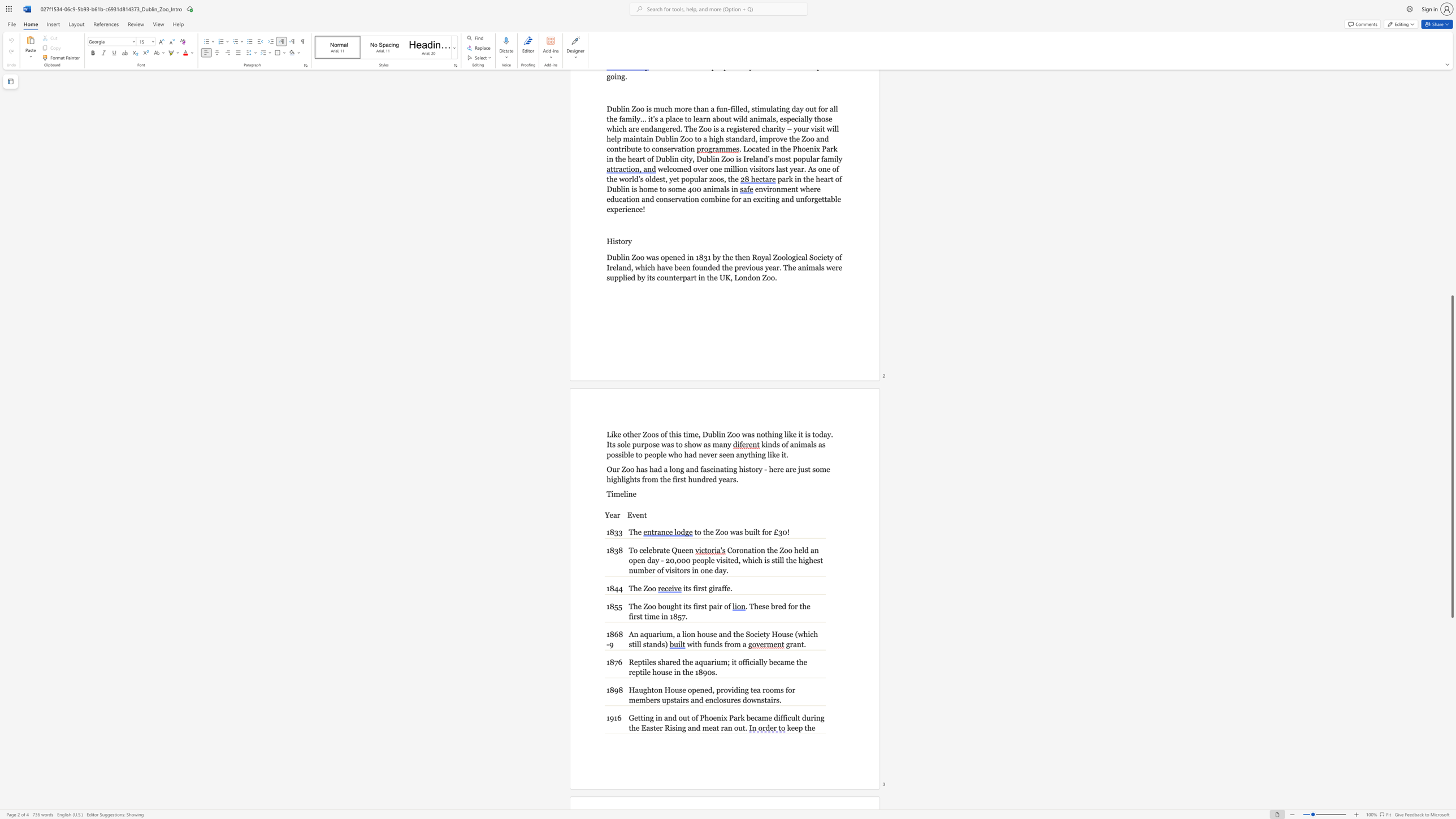 The height and width of the screenshot is (819, 1456). Describe the element at coordinates (649, 616) in the screenshot. I see `the subset text "me in 1857" within the text ". These bred for the first time in 1857."` at that location.